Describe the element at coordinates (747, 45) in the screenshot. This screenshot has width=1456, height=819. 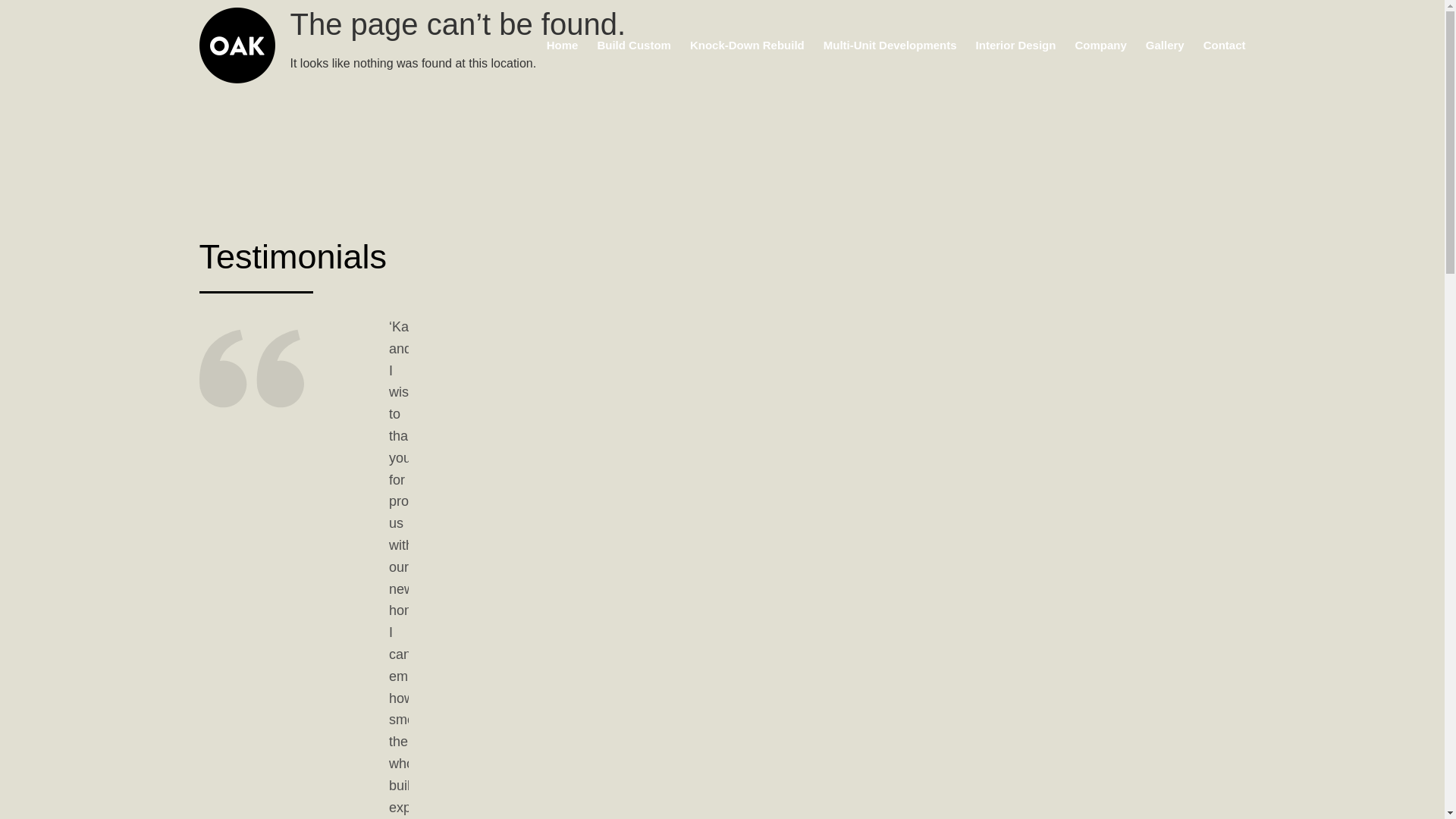
I see `'Knock-Down Rebuild'` at that location.